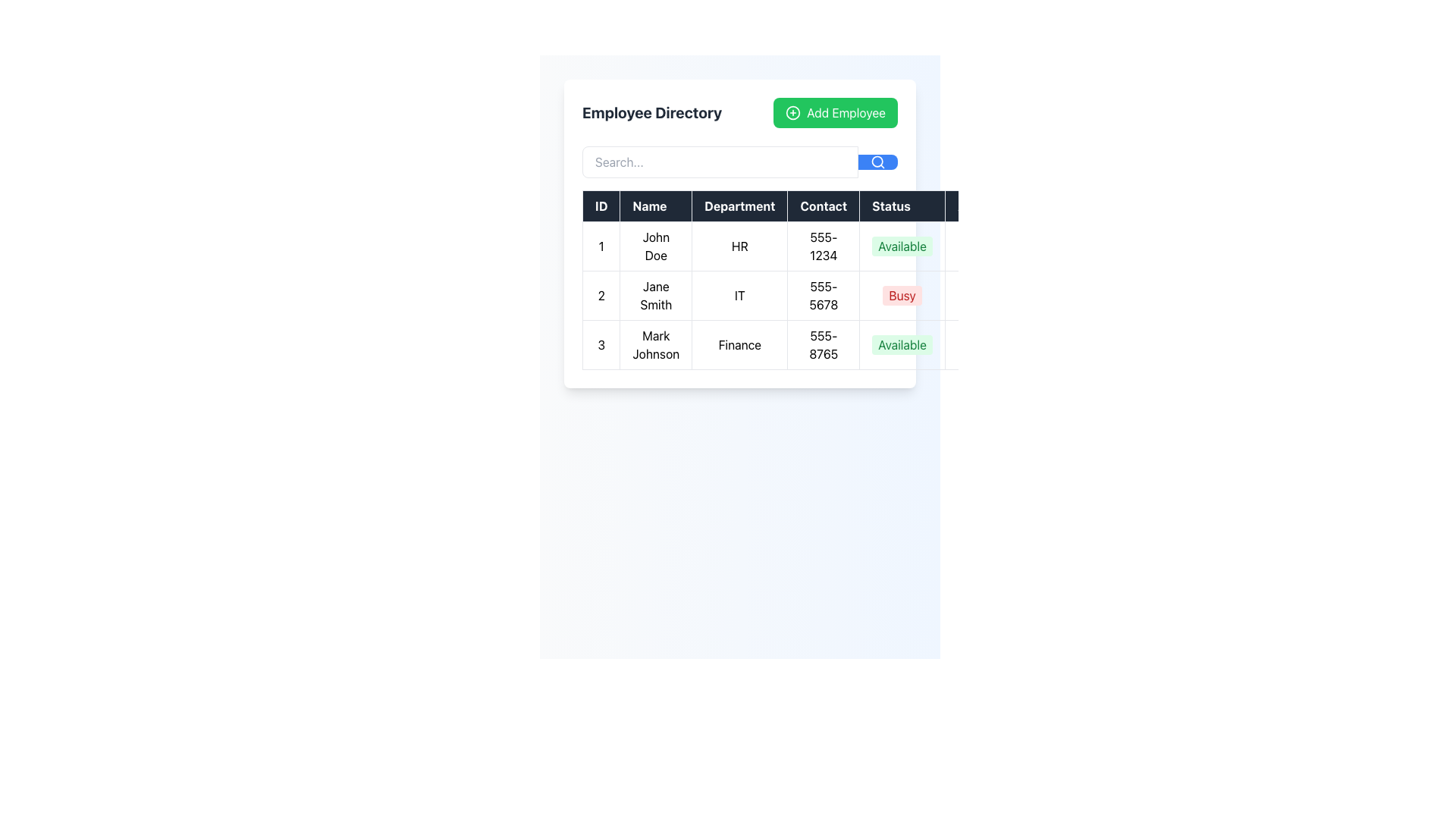 This screenshot has width=1456, height=819. What do you see at coordinates (601, 245) in the screenshot?
I see `the Text Display element that shows the ID number of the first employee in the table, located at the first cell of the first row under the 'ID' column header` at bounding box center [601, 245].